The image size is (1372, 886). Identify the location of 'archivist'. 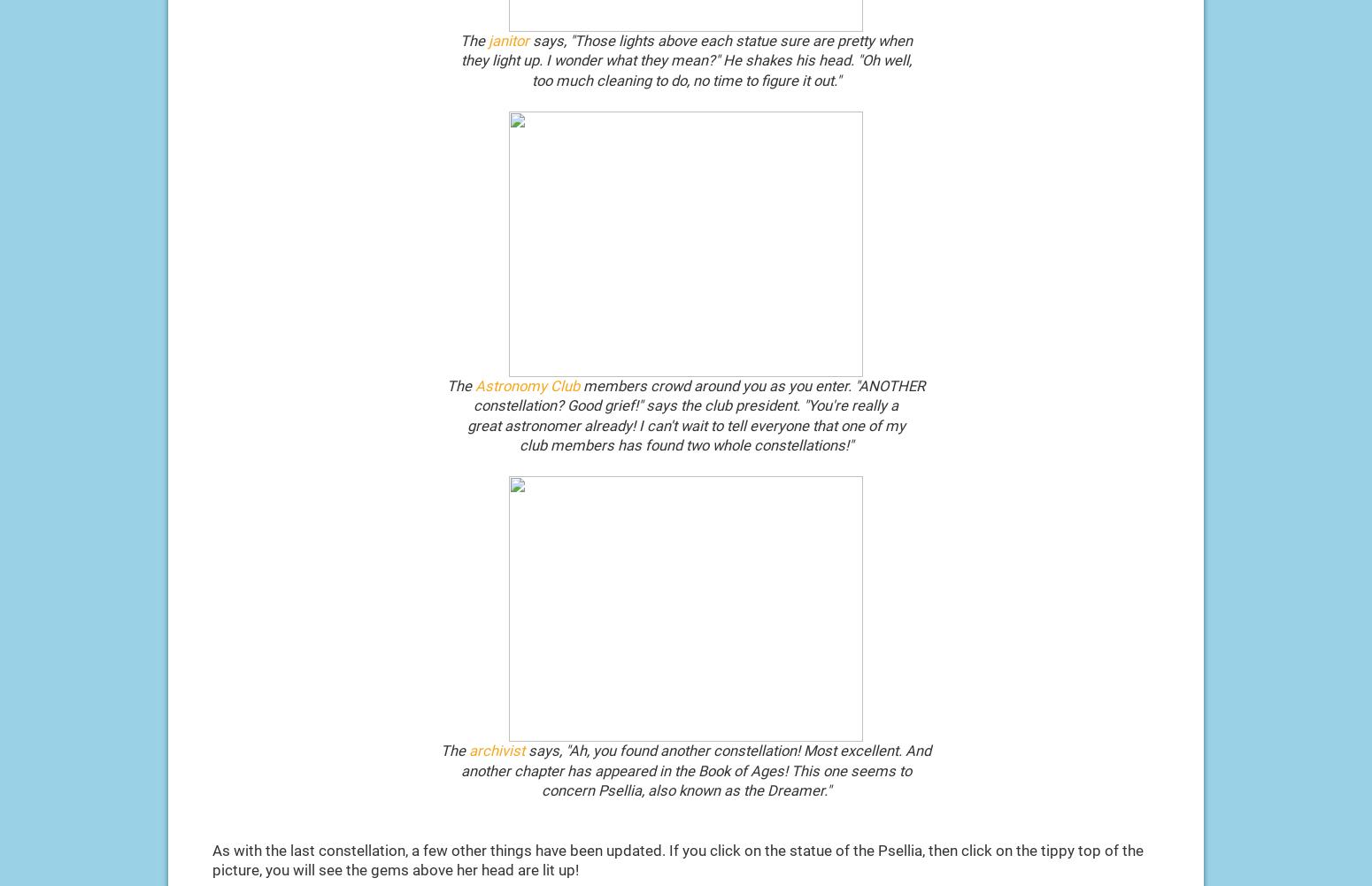
(467, 750).